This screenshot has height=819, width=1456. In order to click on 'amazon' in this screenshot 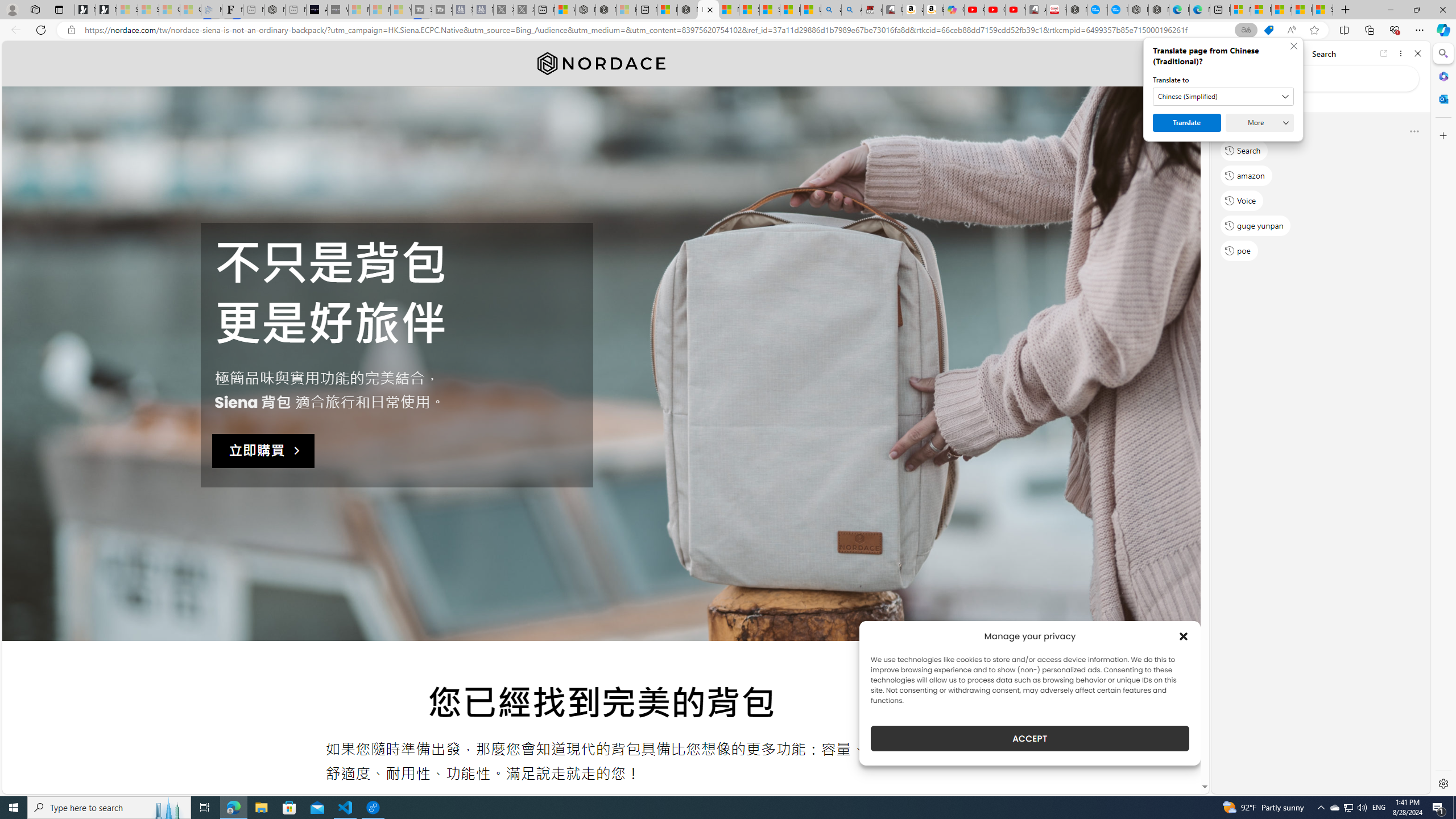, I will do `click(1246, 175)`.